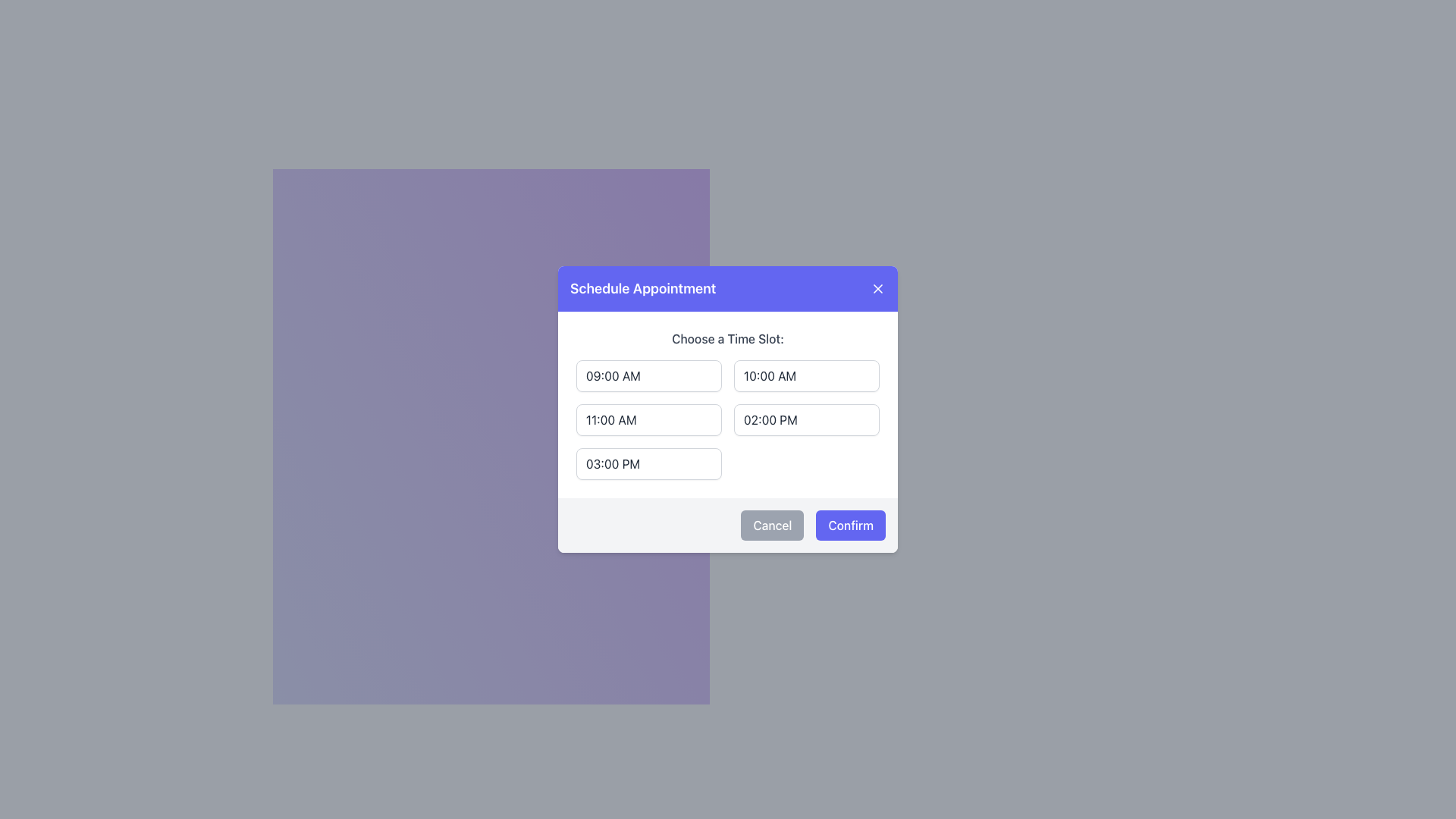 The height and width of the screenshot is (819, 1456). What do you see at coordinates (772, 525) in the screenshot?
I see `the cancel button located at the bottom left of the modal dialog box` at bounding box center [772, 525].